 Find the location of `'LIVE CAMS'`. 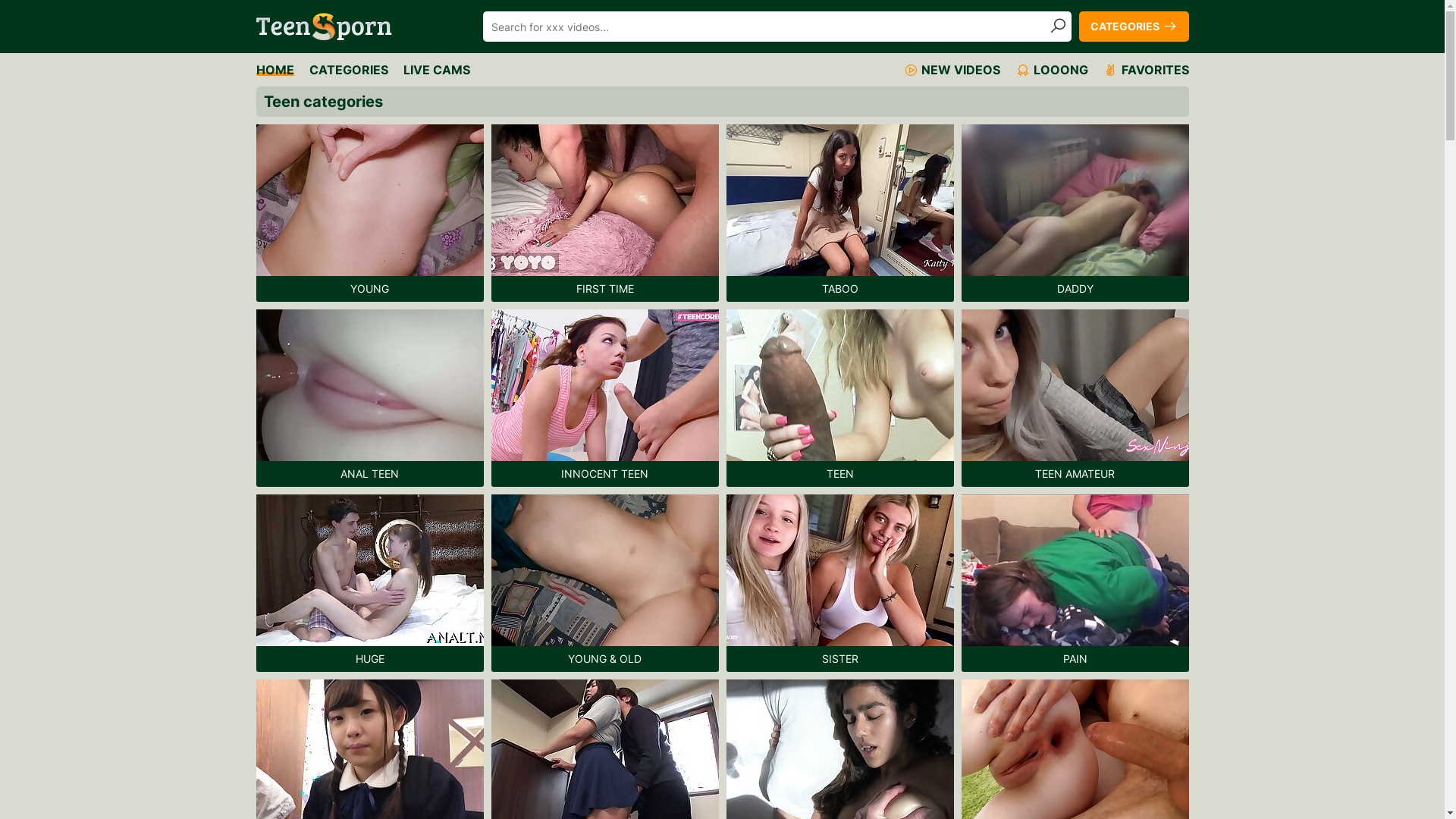

'LIVE CAMS' is located at coordinates (436, 70).